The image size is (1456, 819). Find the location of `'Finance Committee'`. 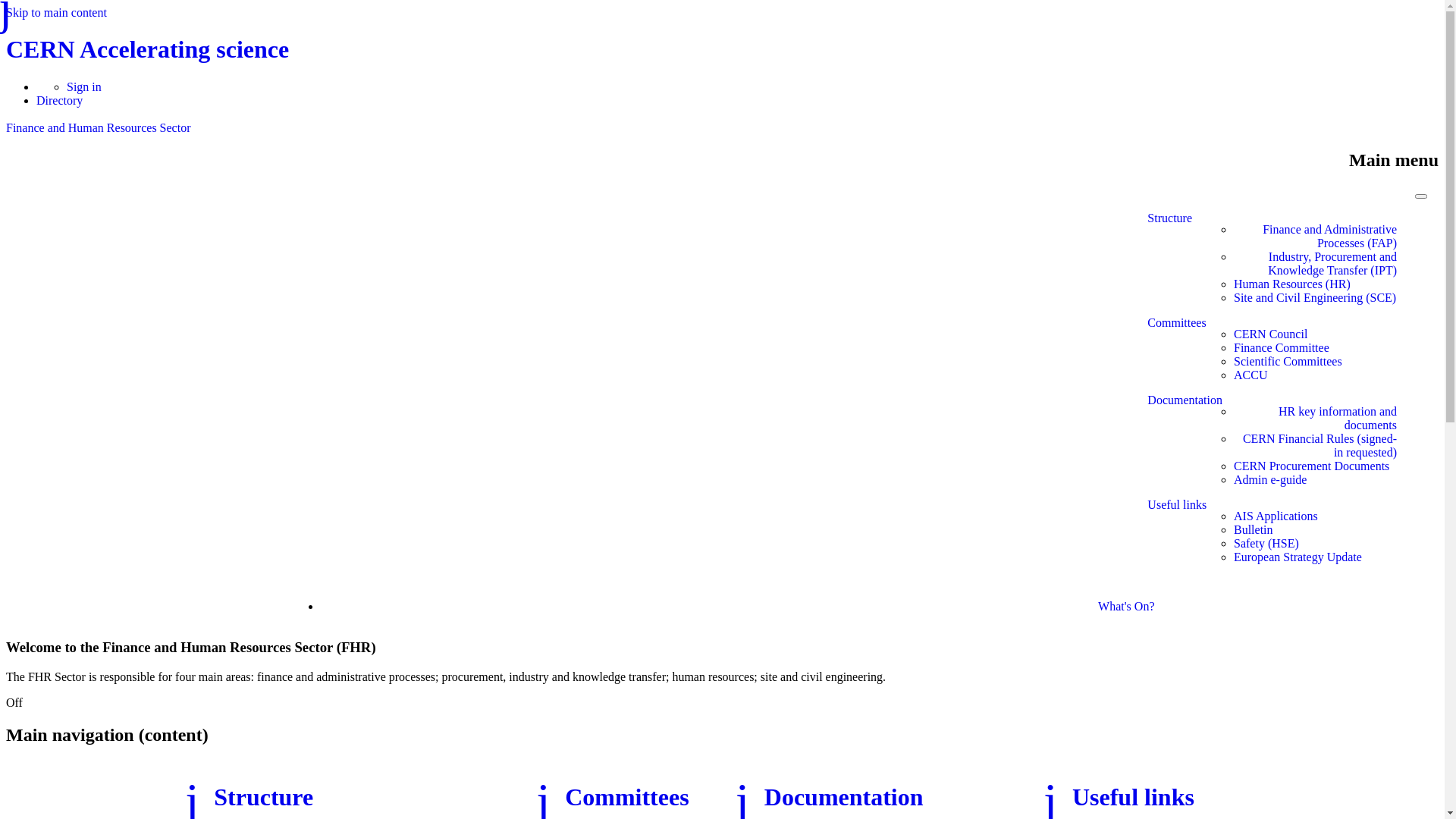

'Finance Committee' is located at coordinates (1280, 348).